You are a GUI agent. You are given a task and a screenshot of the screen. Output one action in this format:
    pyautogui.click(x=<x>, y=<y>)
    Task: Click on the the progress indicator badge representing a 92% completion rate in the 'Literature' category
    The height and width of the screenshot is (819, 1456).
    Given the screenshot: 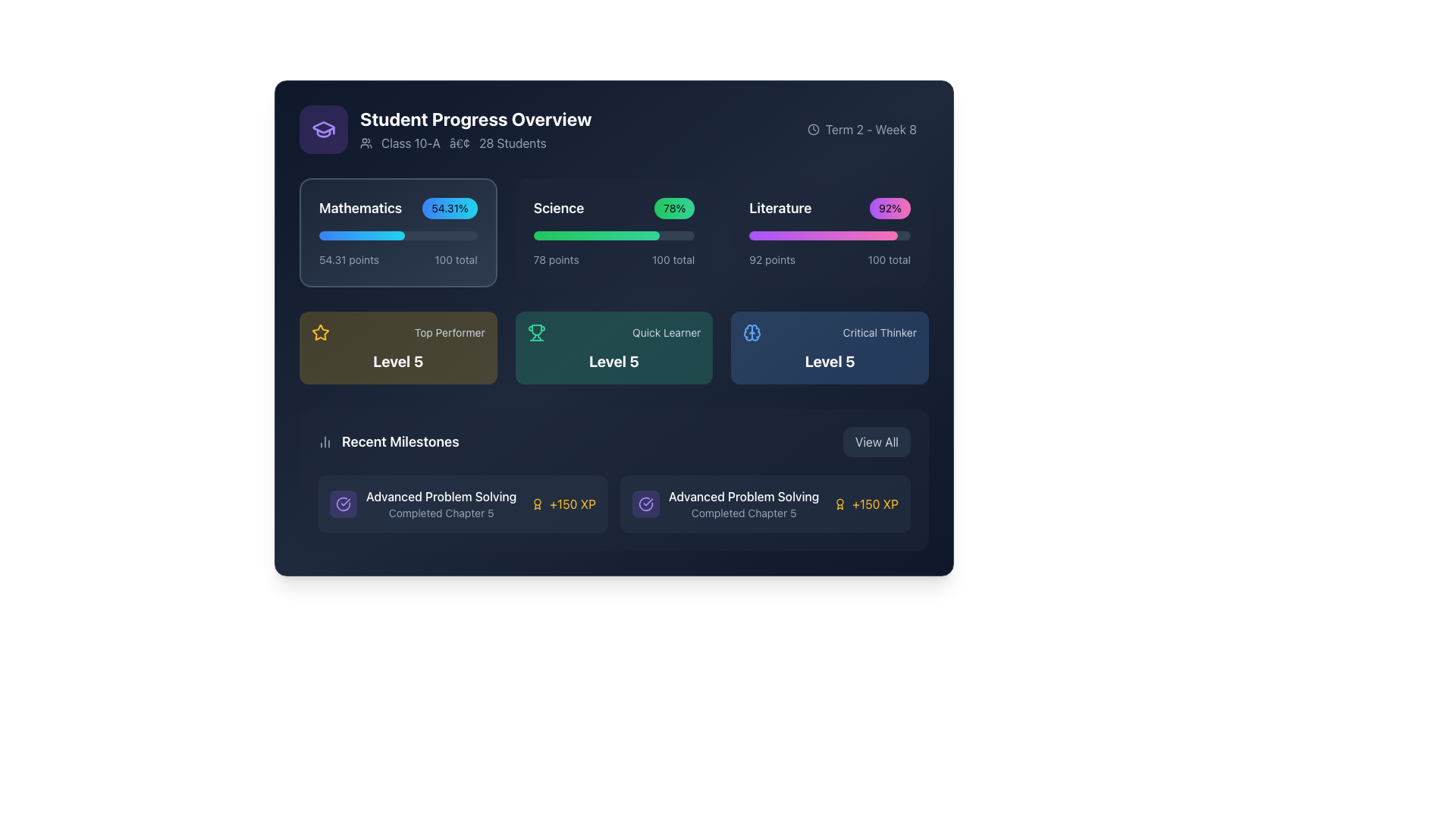 What is the action you would take?
    pyautogui.click(x=890, y=208)
    